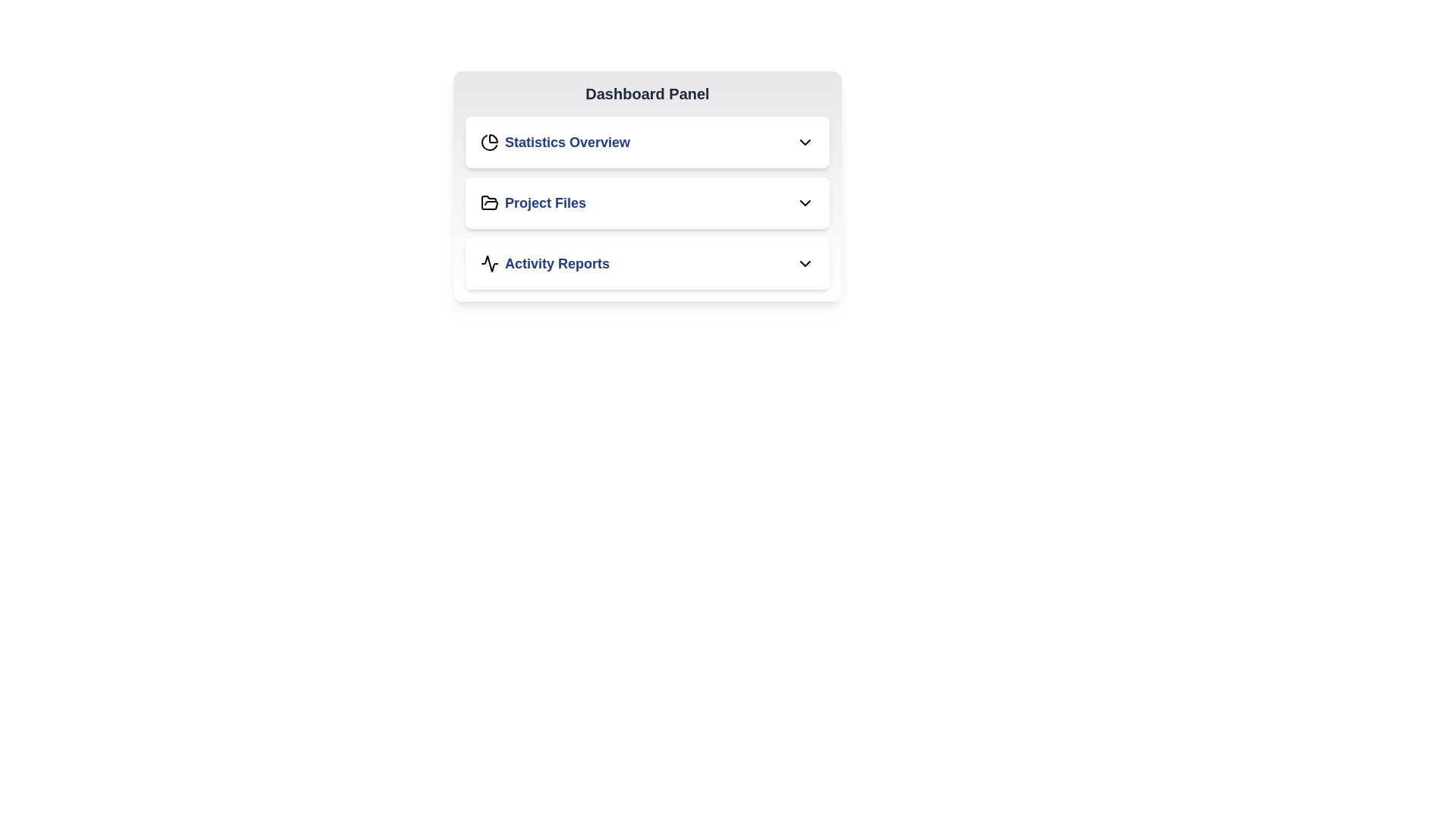 The height and width of the screenshot is (819, 1456). Describe the element at coordinates (648, 143) in the screenshot. I see `the section titled 'Statistics Overview' to observe its hover effect` at that location.